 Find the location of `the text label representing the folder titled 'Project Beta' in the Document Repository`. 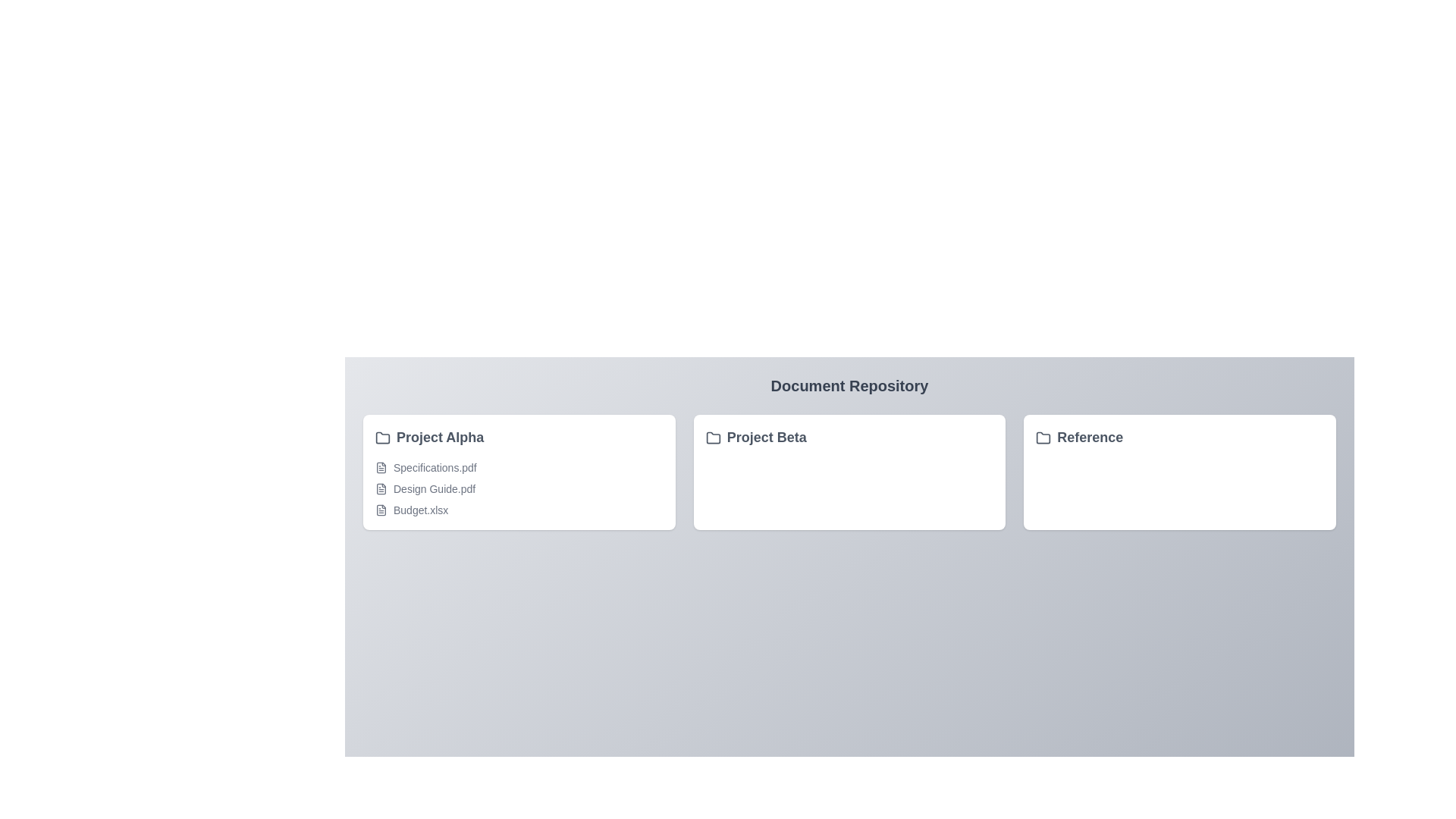

the text label representing the folder titled 'Project Beta' in the Document Repository is located at coordinates (756, 438).